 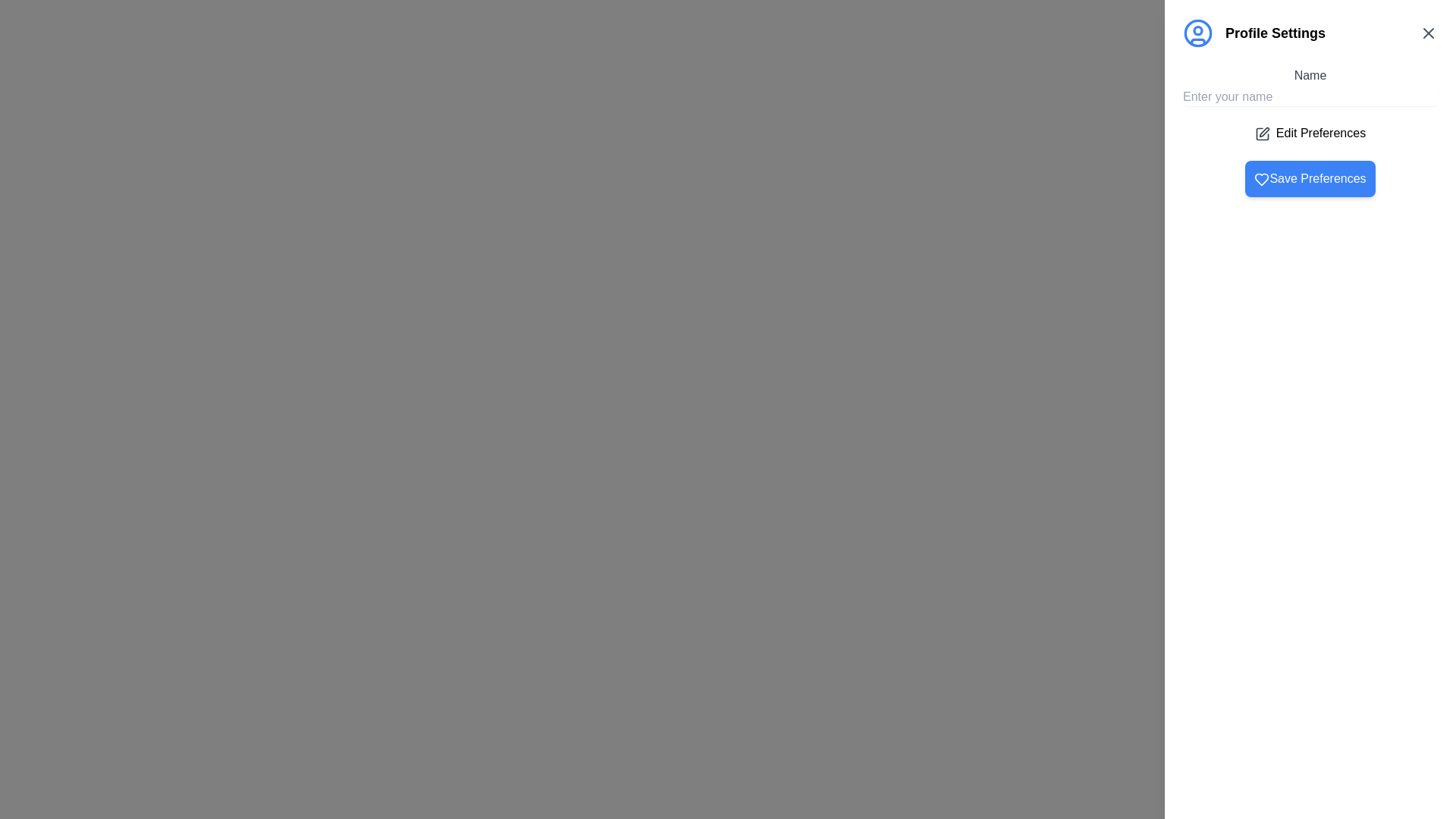 What do you see at coordinates (1197, 30) in the screenshot?
I see `the small white circular graphic element located slightly above the horizontal center of the larger blue circular icon labeled 'Profile Settings' in the header section of the right-hand panel` at bounding box center [1197, 30].